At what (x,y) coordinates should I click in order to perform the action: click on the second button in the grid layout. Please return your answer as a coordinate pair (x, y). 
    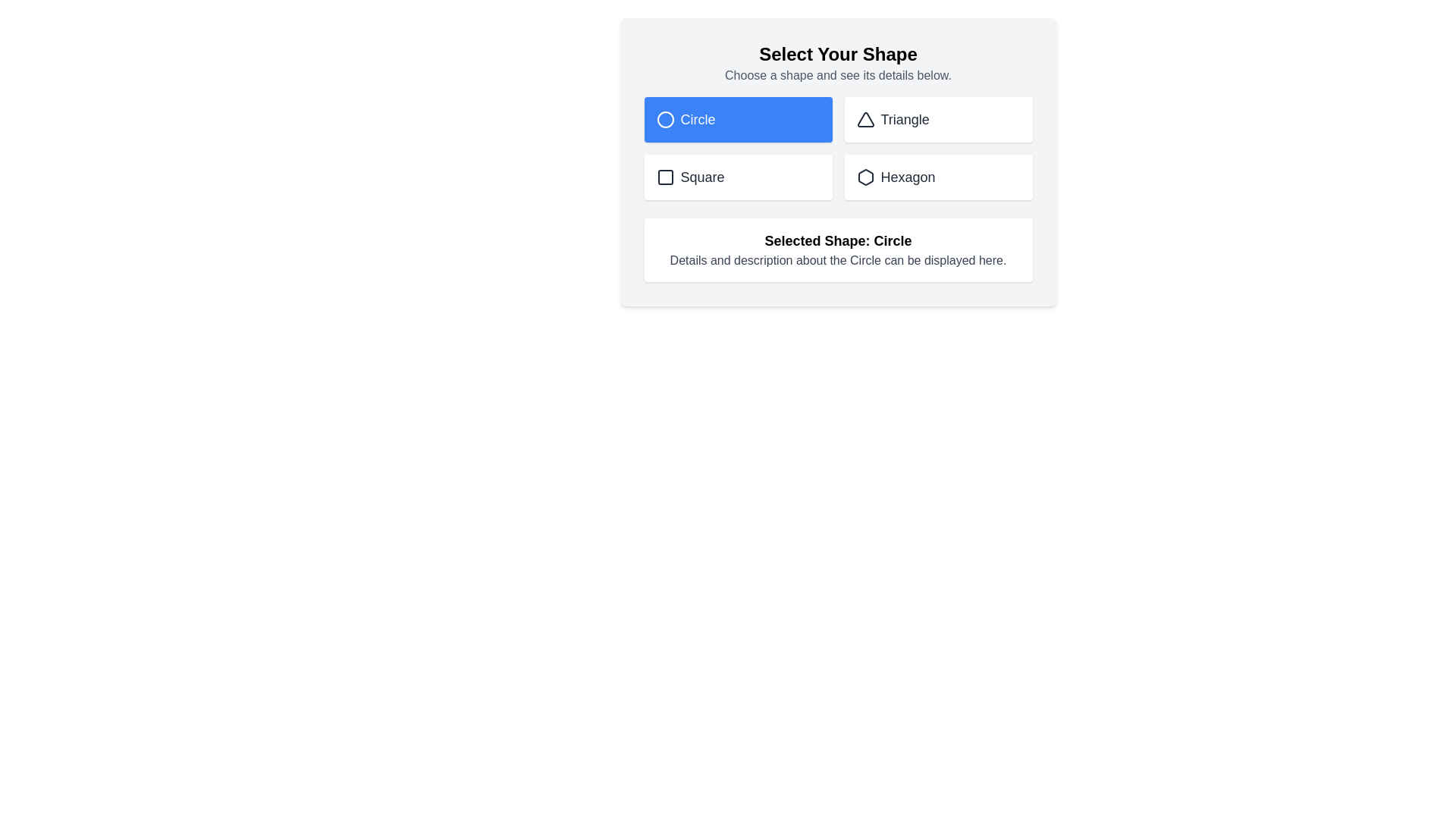
    Looking at the image, I should click on (937, 119).